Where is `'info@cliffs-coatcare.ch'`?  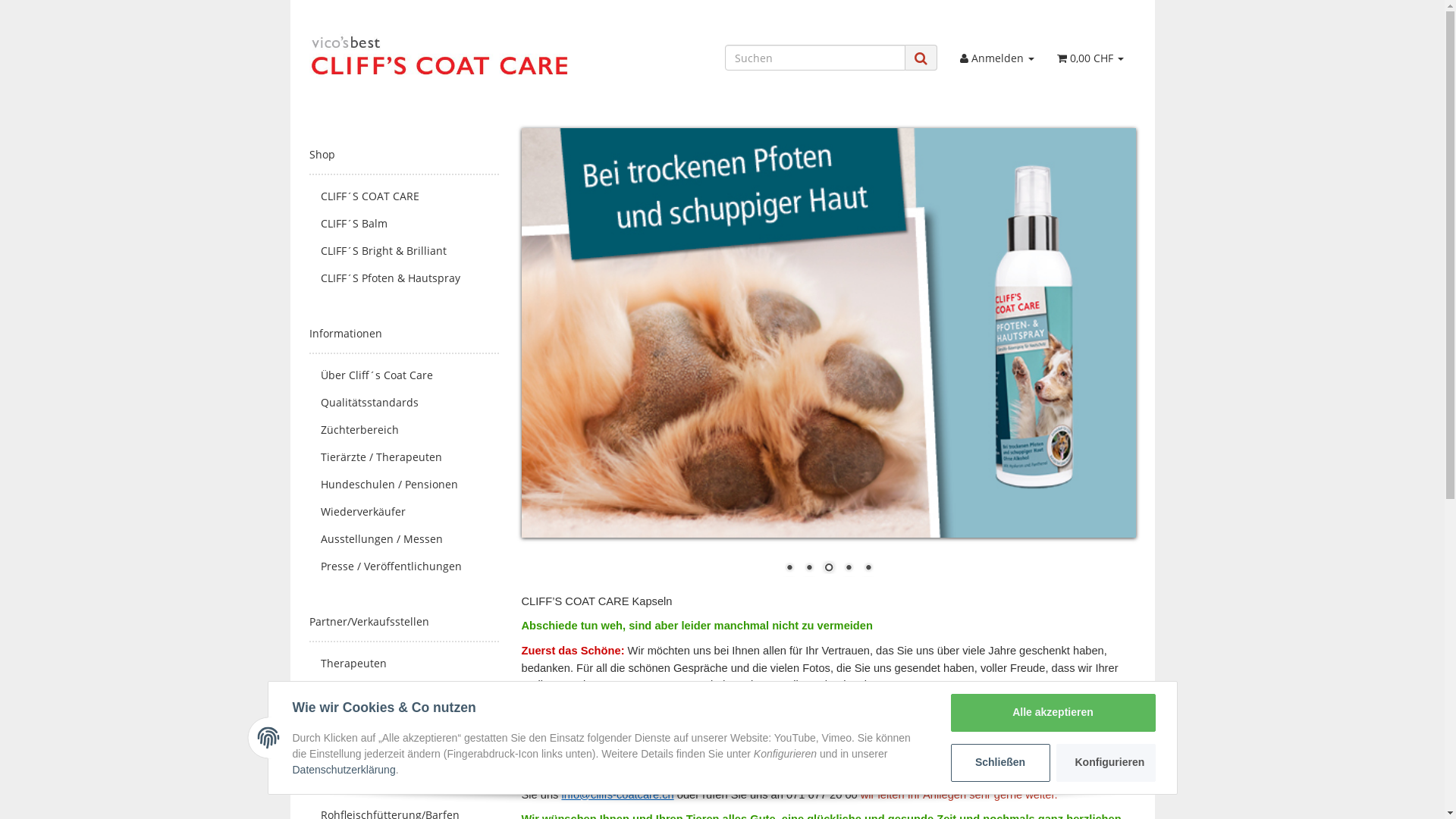 'info@cliffs-coatcare.ch' is located at coordinates (617, 793).